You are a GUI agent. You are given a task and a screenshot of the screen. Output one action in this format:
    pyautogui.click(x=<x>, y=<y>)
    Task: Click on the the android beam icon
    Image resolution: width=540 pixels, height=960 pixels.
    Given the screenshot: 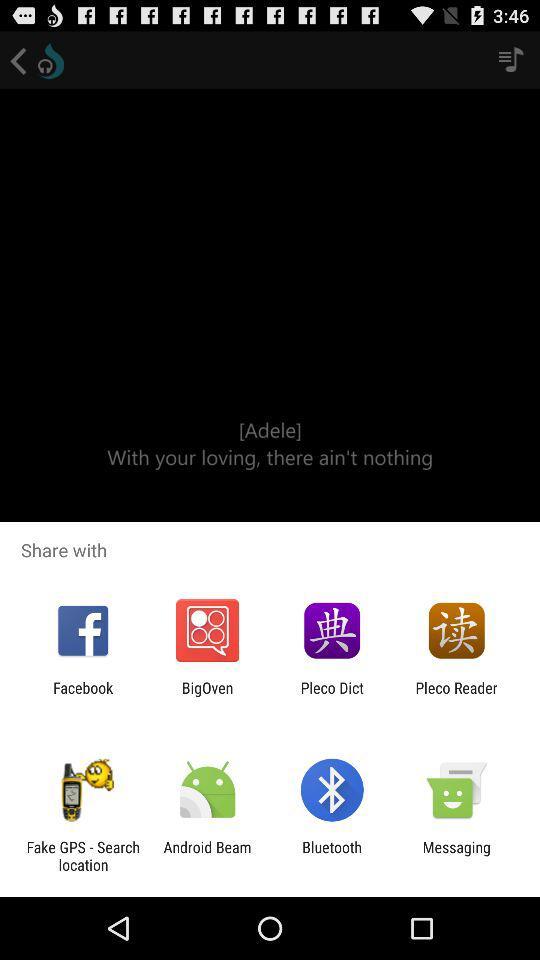 What is the action you would take?
    pyautogui.click(x=206, y=855)
    